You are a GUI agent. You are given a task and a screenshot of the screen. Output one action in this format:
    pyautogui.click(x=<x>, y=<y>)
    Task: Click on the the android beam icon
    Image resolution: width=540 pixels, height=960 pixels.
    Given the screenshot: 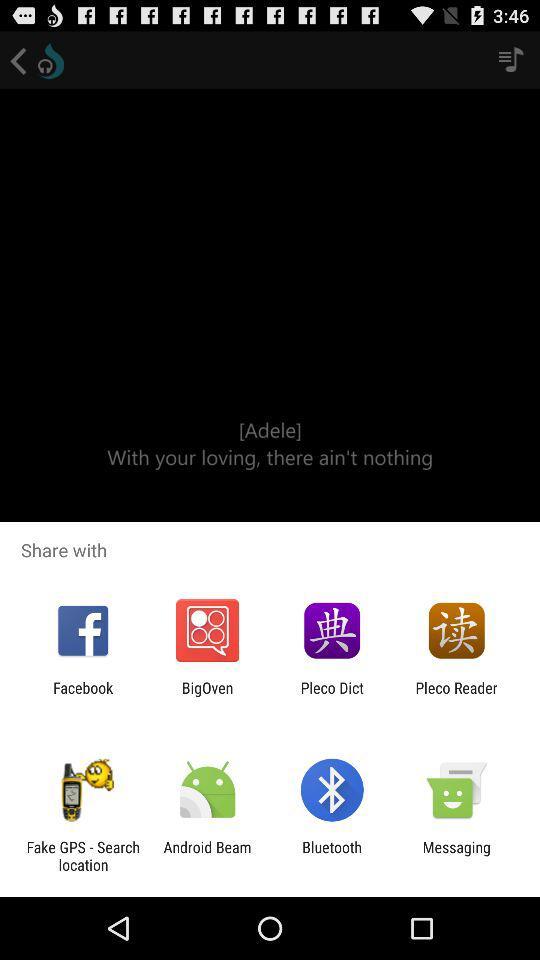 What is the action you would take?
    pyautogui.click(x=206, y=855)
    